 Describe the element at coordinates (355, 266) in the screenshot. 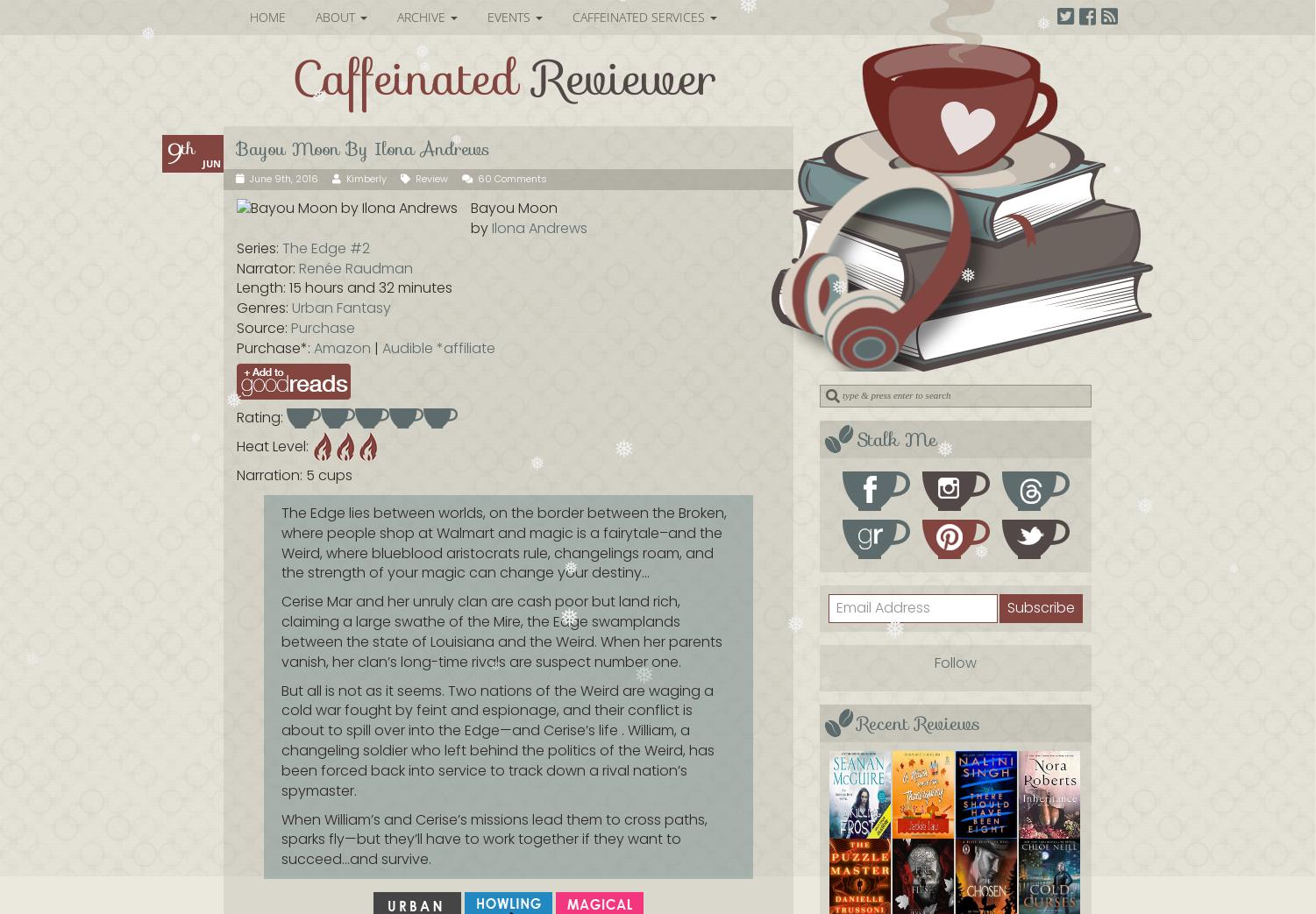

I see `'Renée Raudman'` at that location.